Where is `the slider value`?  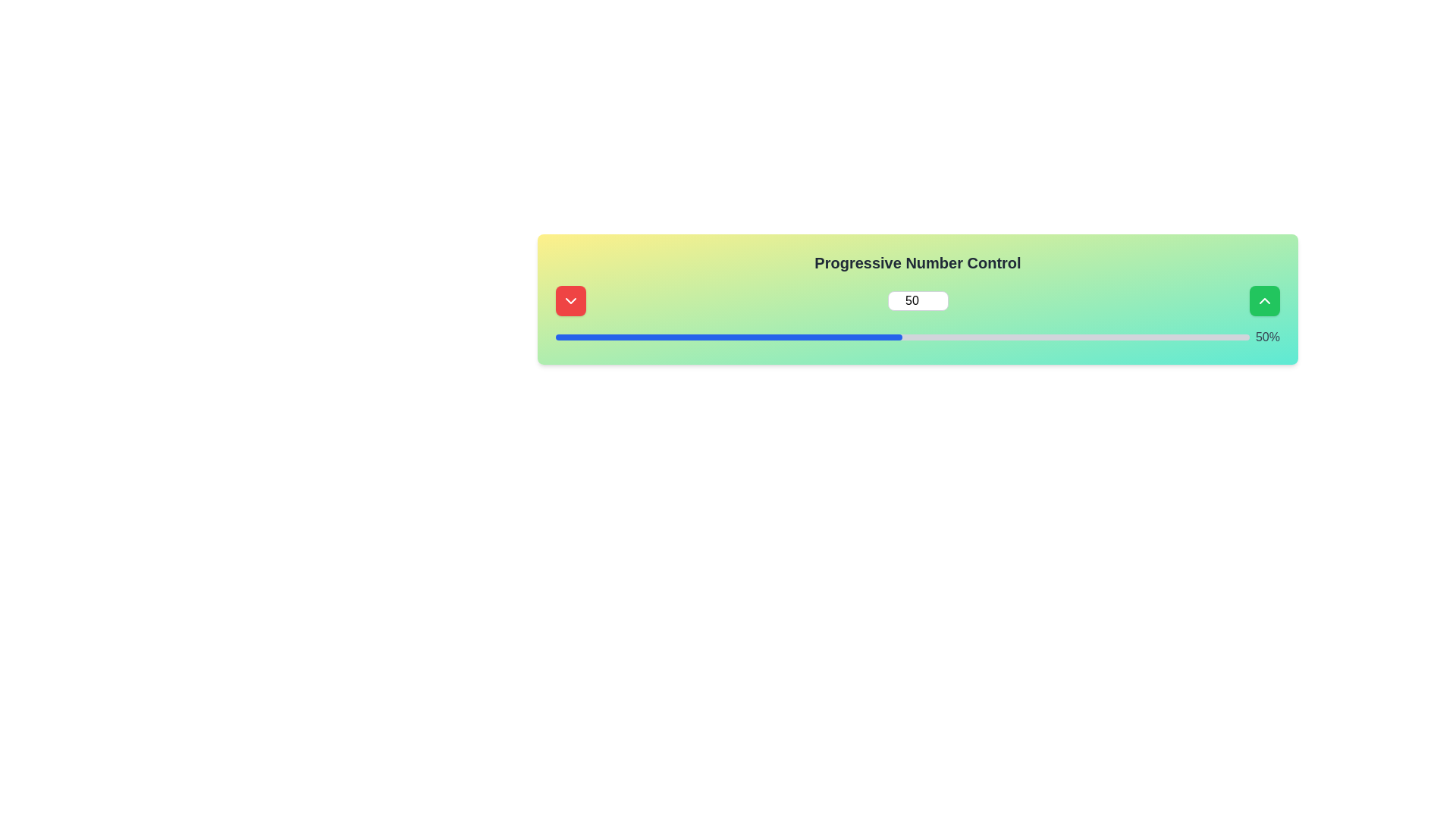 the slider value is located at coordinates (582, 336).